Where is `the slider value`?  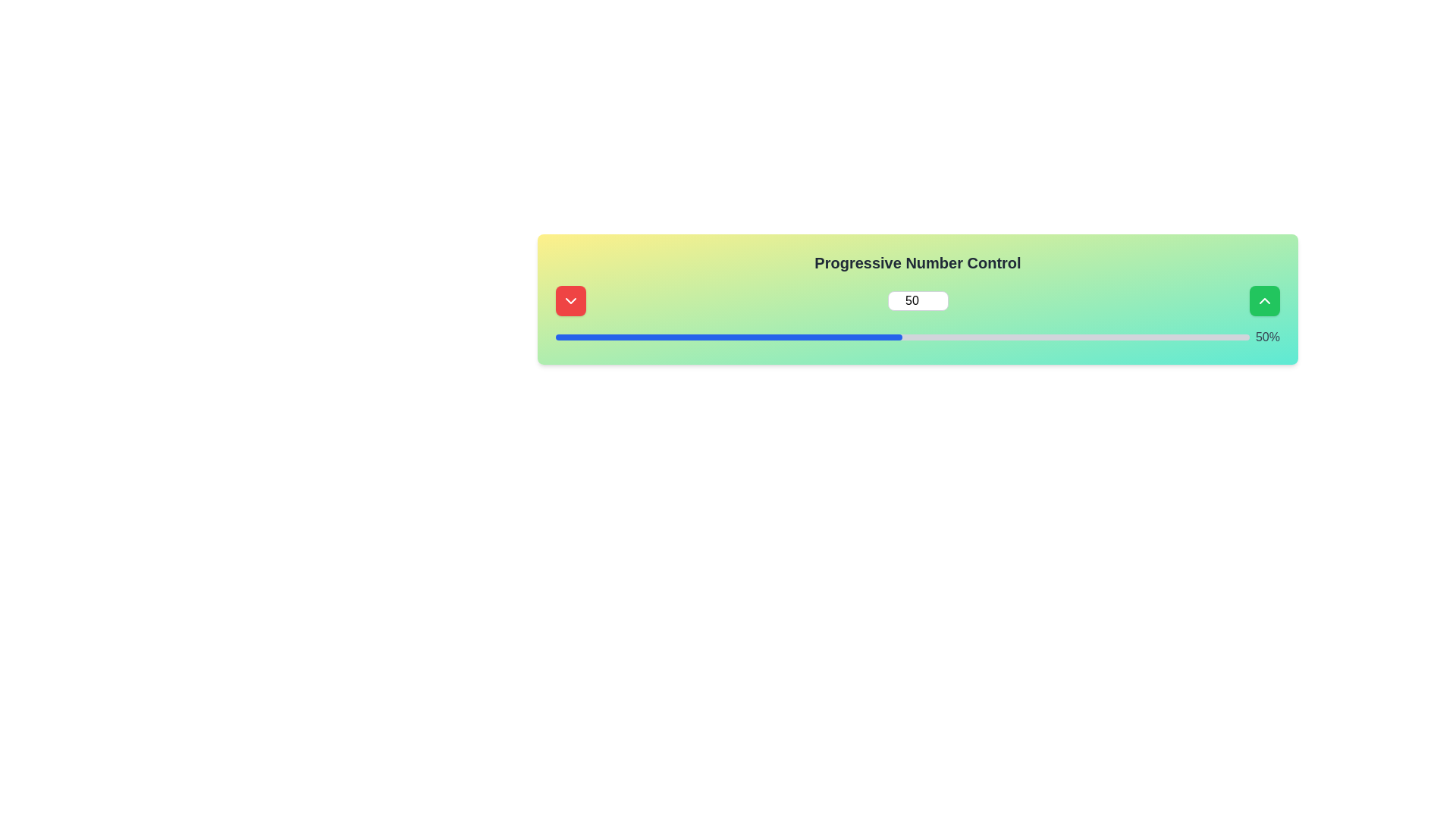 the slider value is located at coordinates (582, 336).